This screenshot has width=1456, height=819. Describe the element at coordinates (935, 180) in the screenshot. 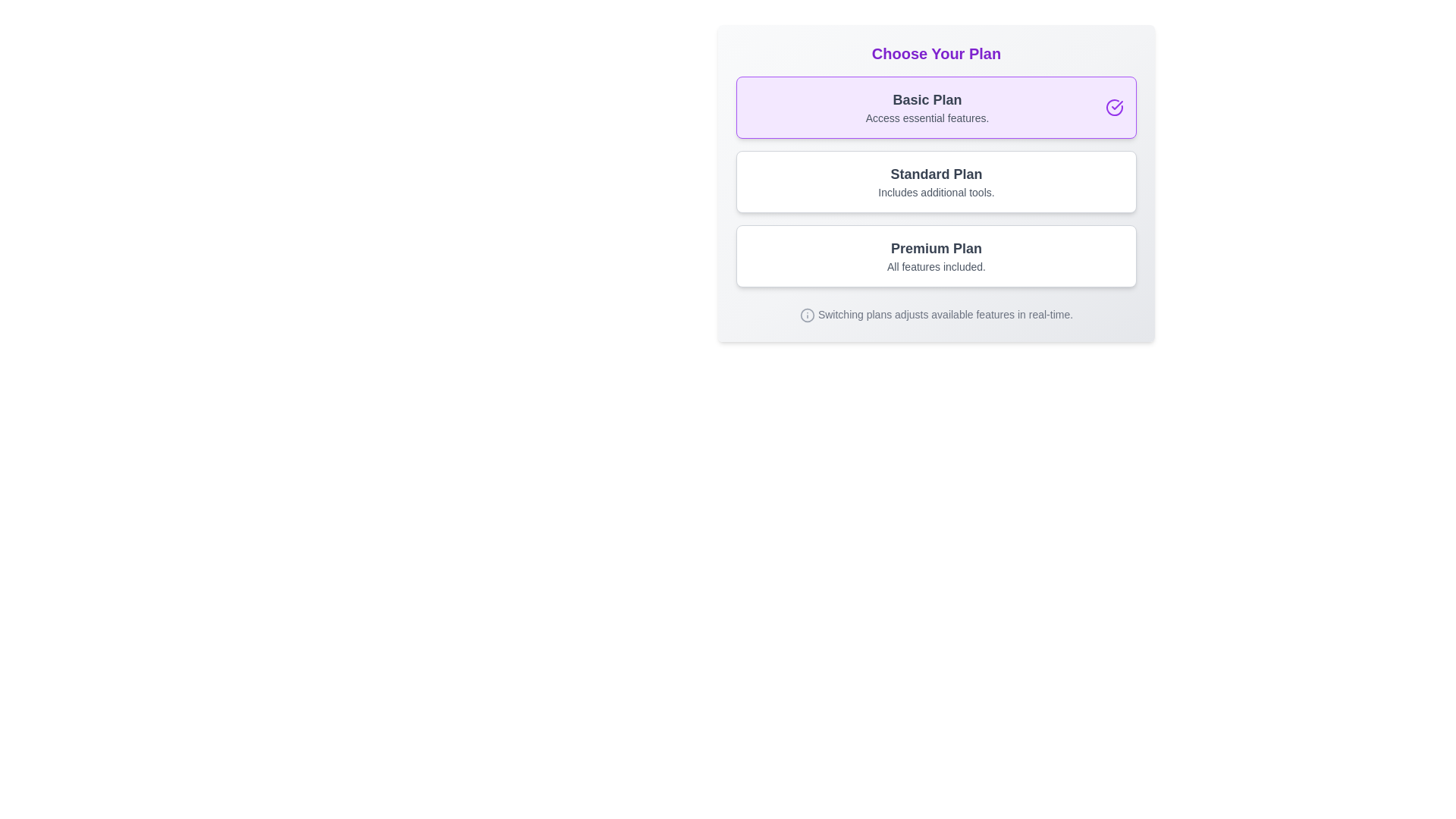

I see `the textual information element representing the title and description of the 'Standard Plan' in the pricing options selection interface` at that location.